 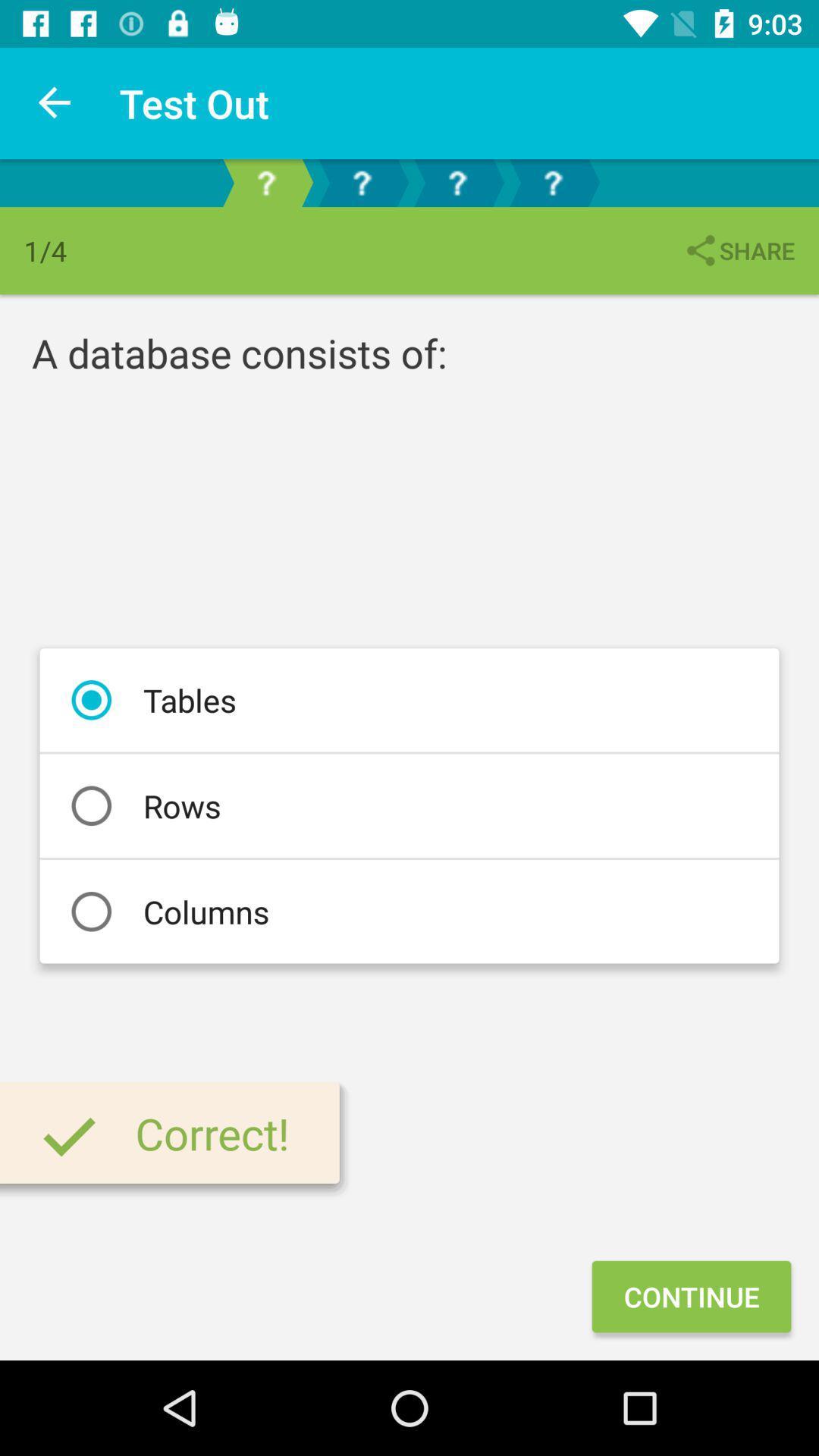 What do you see at coordinates (362, 182) in the screenshot?
I see `the help icon` at bounding box center [362, 182].